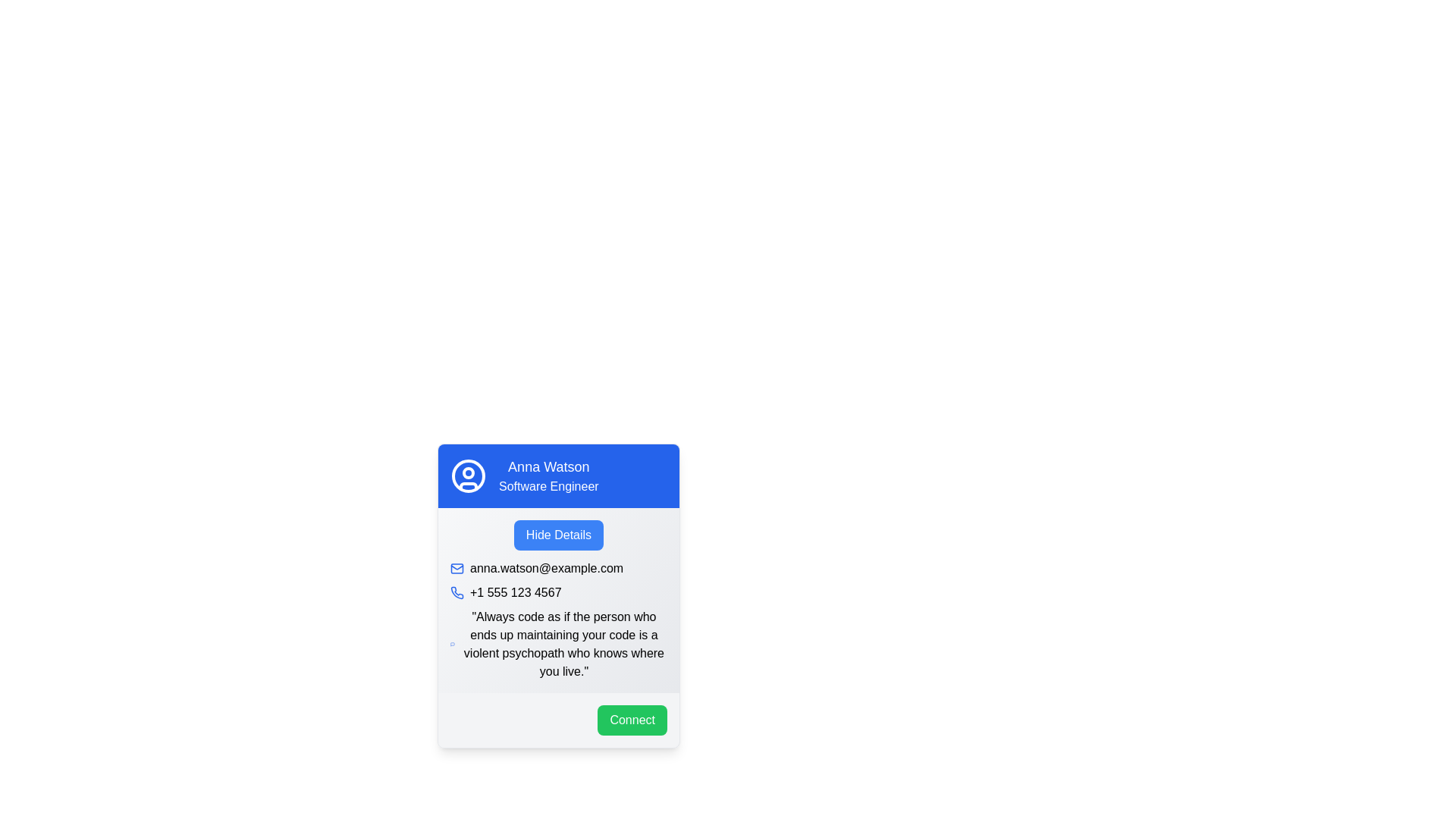 The width and height of the screenshot is (1456, 819). What do you see at coordinates (632, 719) in the screenshot?
I see `the 'Connect' button located at the bottom-right corner of the card` at bounding box center [632, 719].